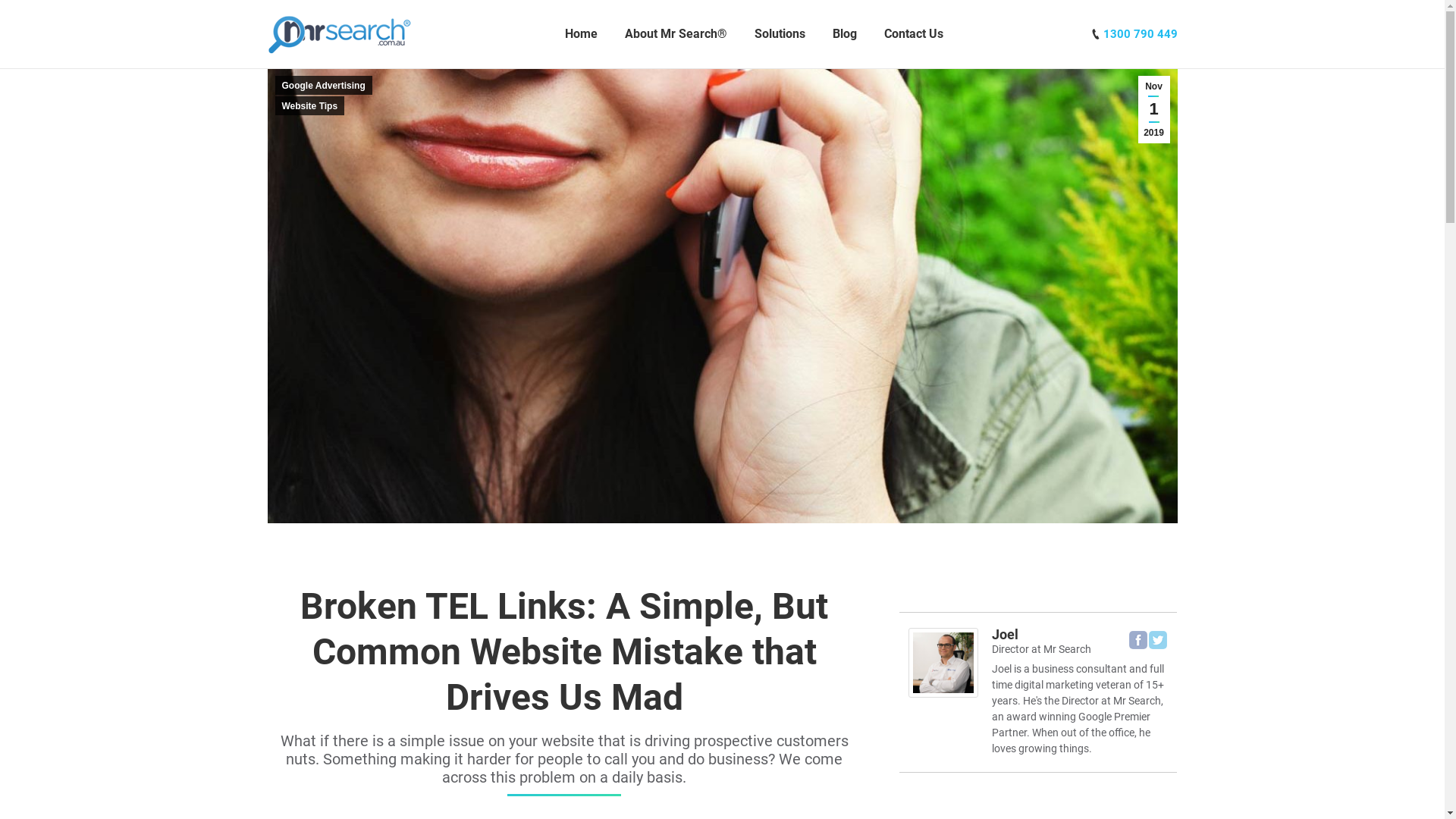  I want to click on 'Blog', so click(843, 34).